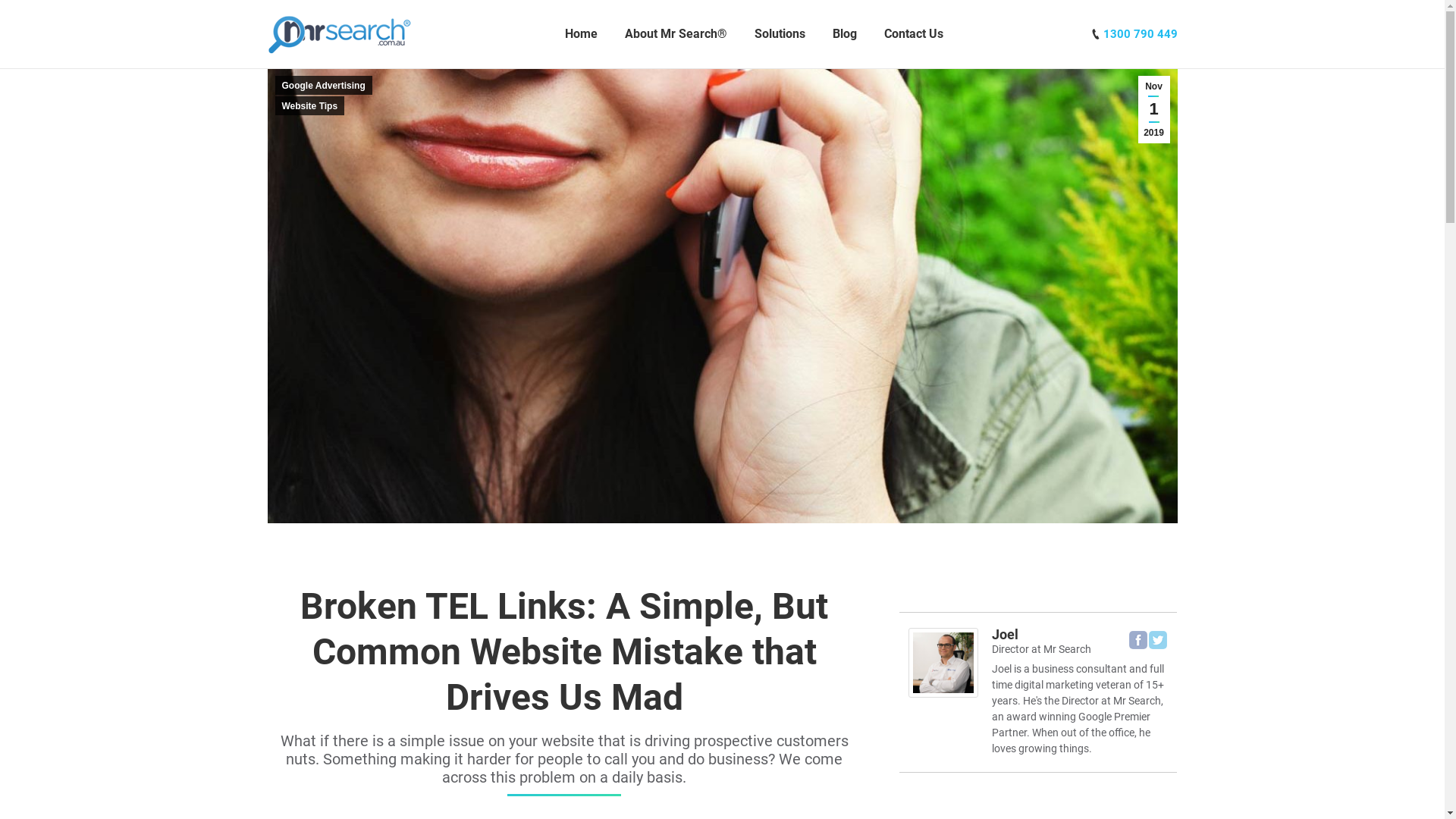  I want to click on 'Blog', so click(843, 34).